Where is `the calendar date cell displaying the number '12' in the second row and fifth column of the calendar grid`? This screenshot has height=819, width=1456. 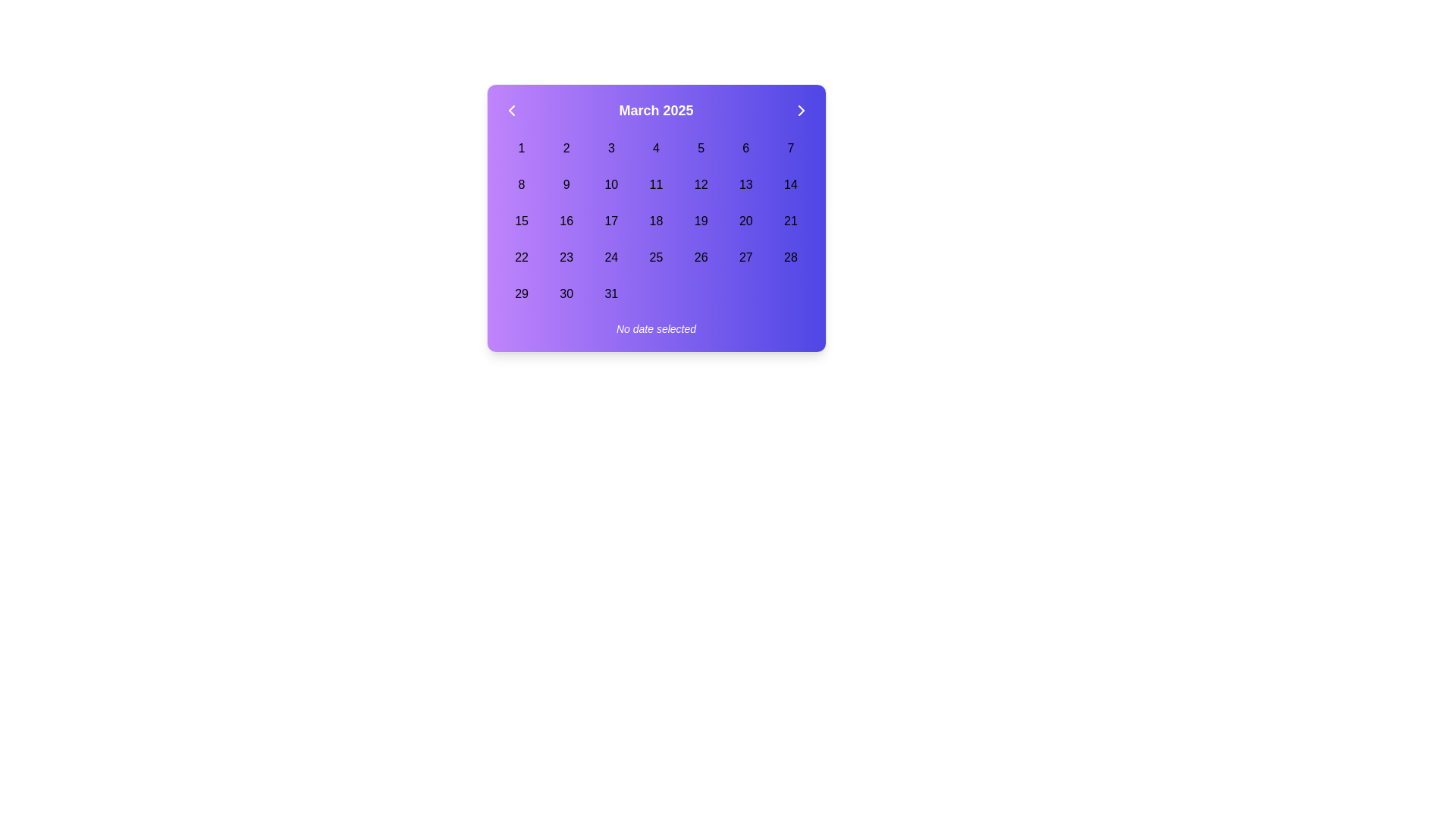 the calendar date cell displaying the number '12' in the second row and fifth column of the calendar grid is located at coordinates (700, 184).